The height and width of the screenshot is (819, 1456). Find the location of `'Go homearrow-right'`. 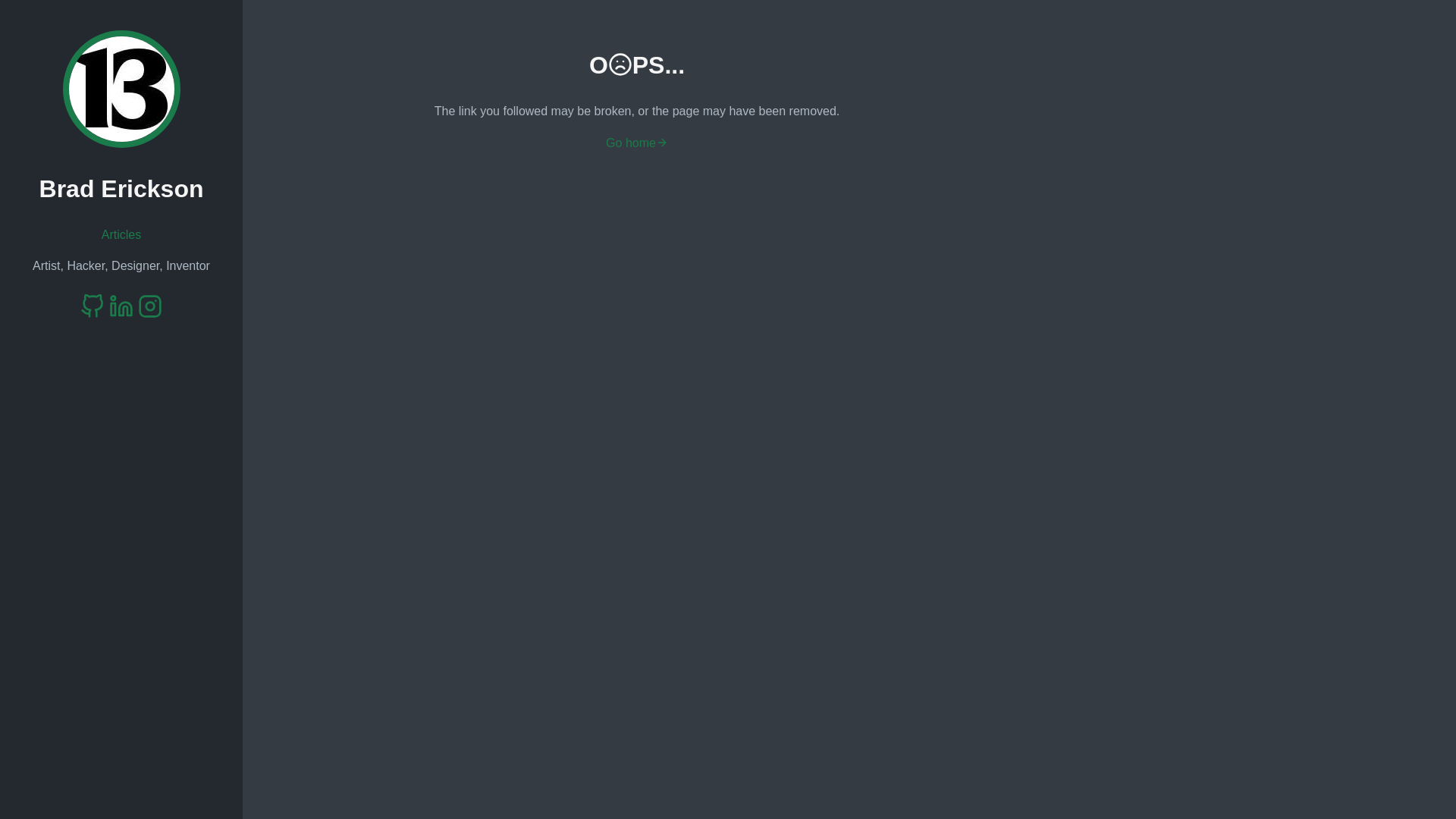

'Go homearrow-right' is located at coordinates (637, 143).